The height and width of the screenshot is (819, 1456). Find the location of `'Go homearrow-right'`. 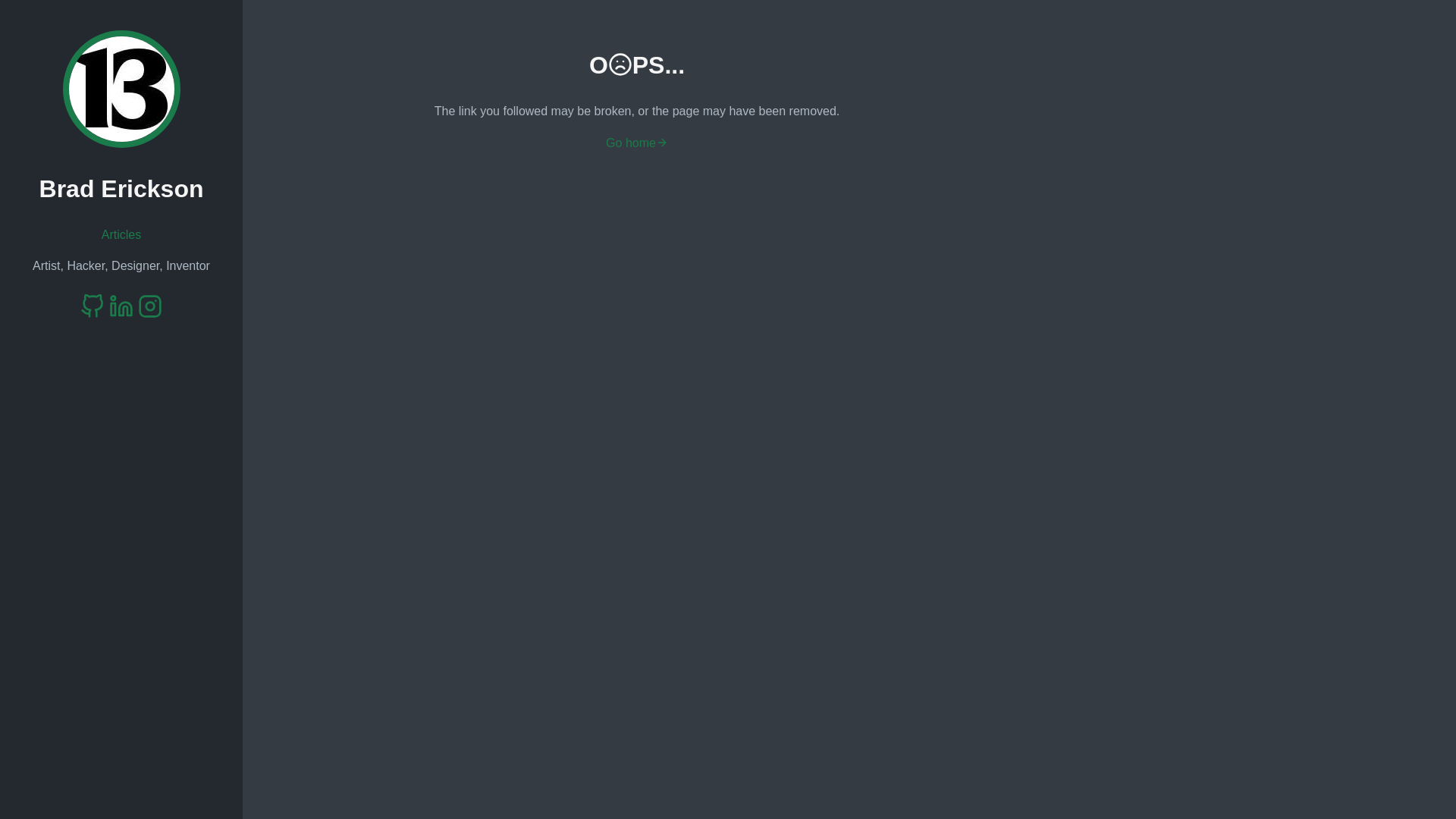

'Go homearrow-right' is located at coordinates (637, 143).